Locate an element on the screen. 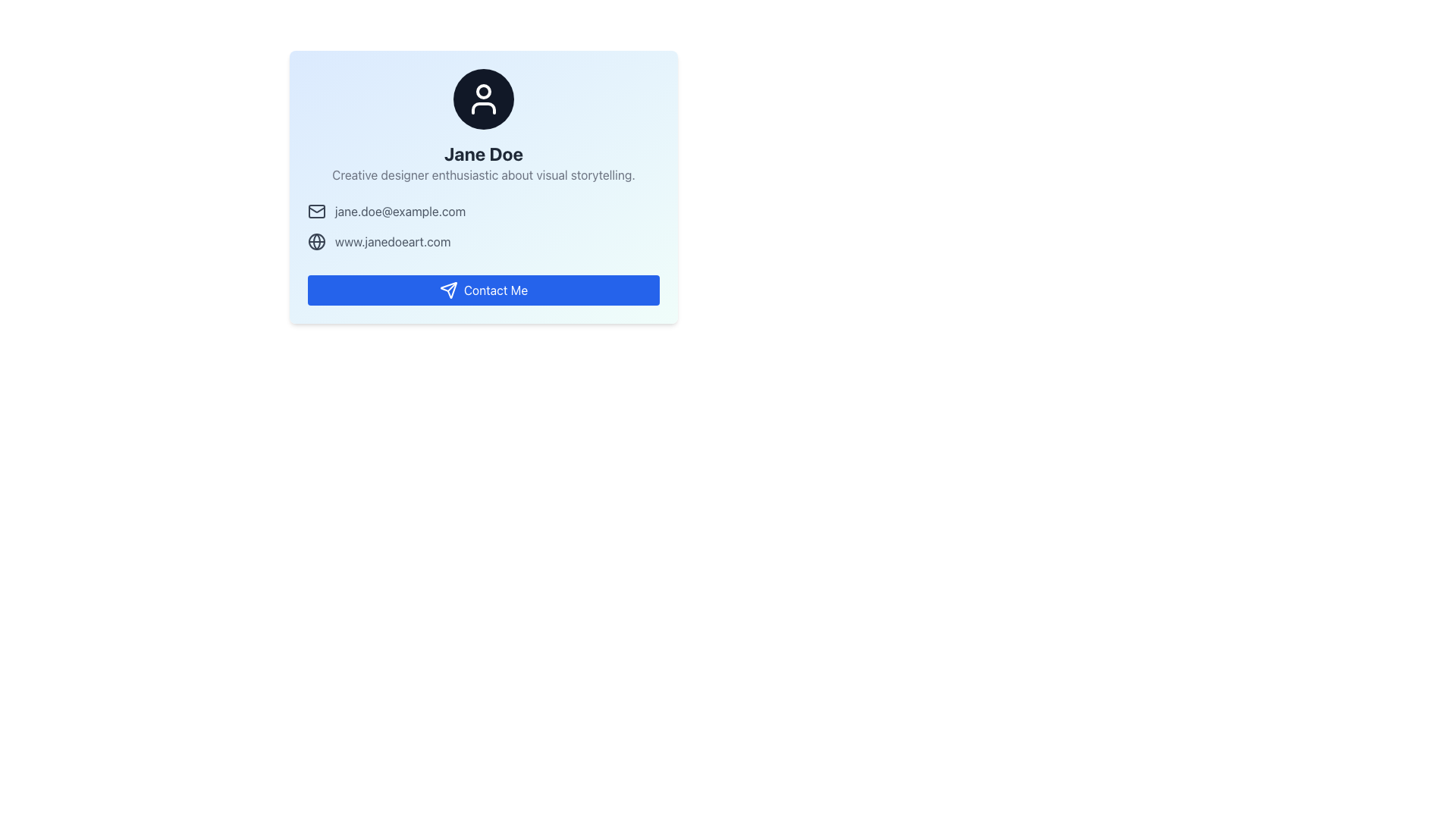 The width and height of the screenshot is (1456, 819). the 'Contact Me' button, which is a blue rectangular button with rounded edges located at the bottom of the card, below the text 'www.janedoeart.com' is located at coordinates (483, 290).